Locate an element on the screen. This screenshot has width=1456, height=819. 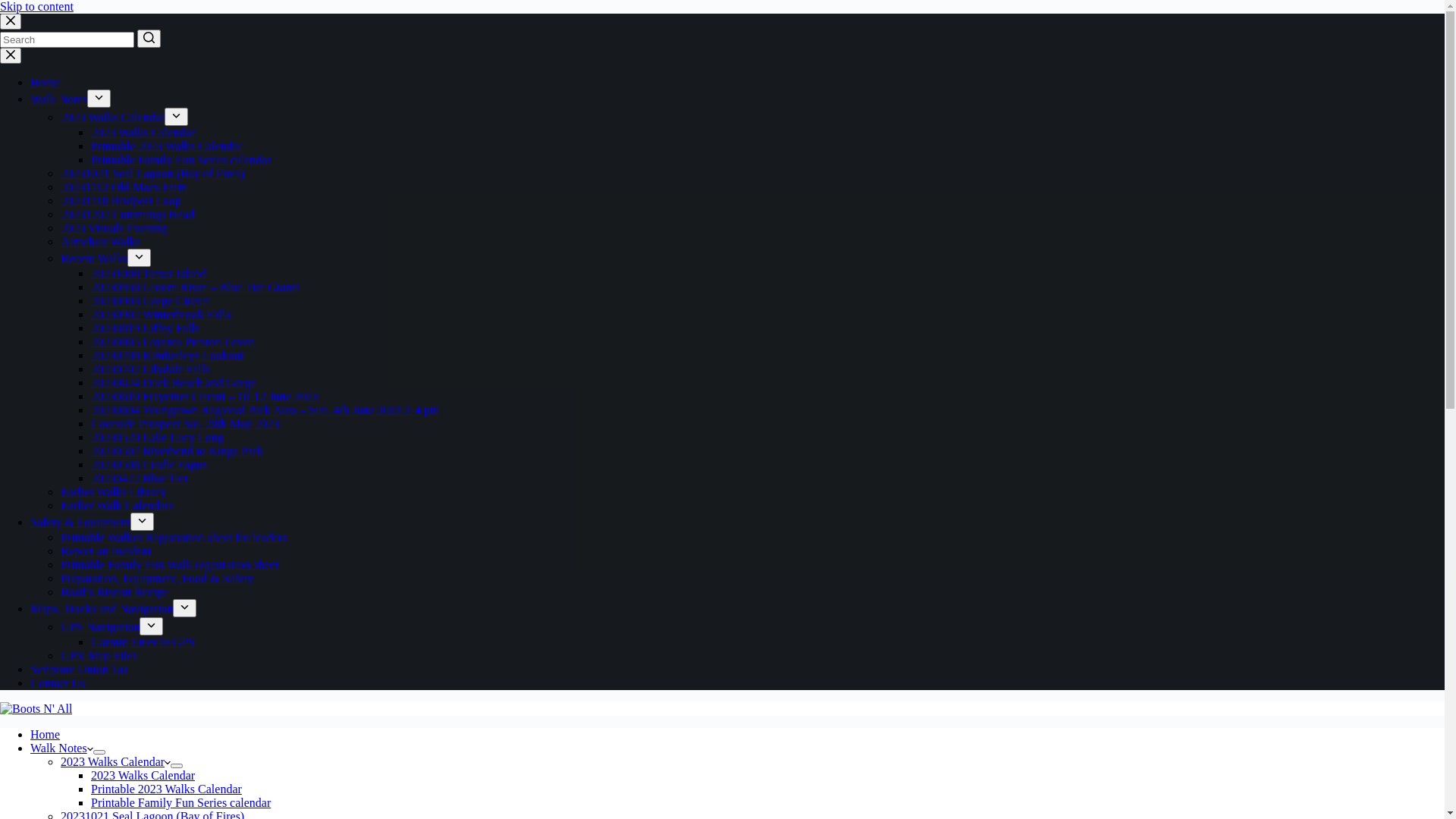
'Maps, Tracks and Navigation' is located at coordinates (101, 607).